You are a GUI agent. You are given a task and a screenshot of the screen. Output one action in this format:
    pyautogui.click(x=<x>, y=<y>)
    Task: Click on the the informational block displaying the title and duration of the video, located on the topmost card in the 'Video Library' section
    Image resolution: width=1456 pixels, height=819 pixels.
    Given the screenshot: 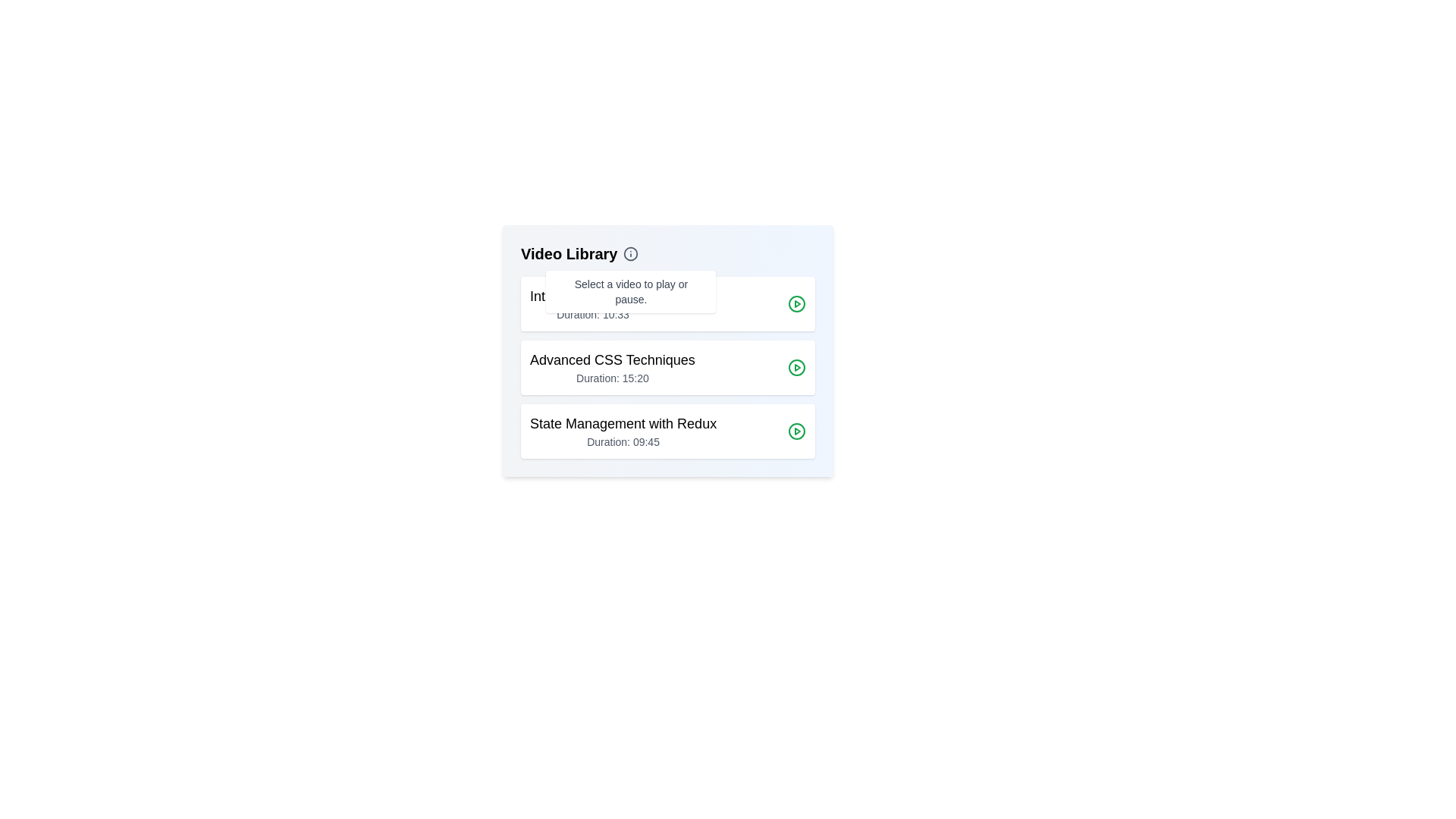 What is the action you would take?
    pyautogui.click(x=592, y=304)
    